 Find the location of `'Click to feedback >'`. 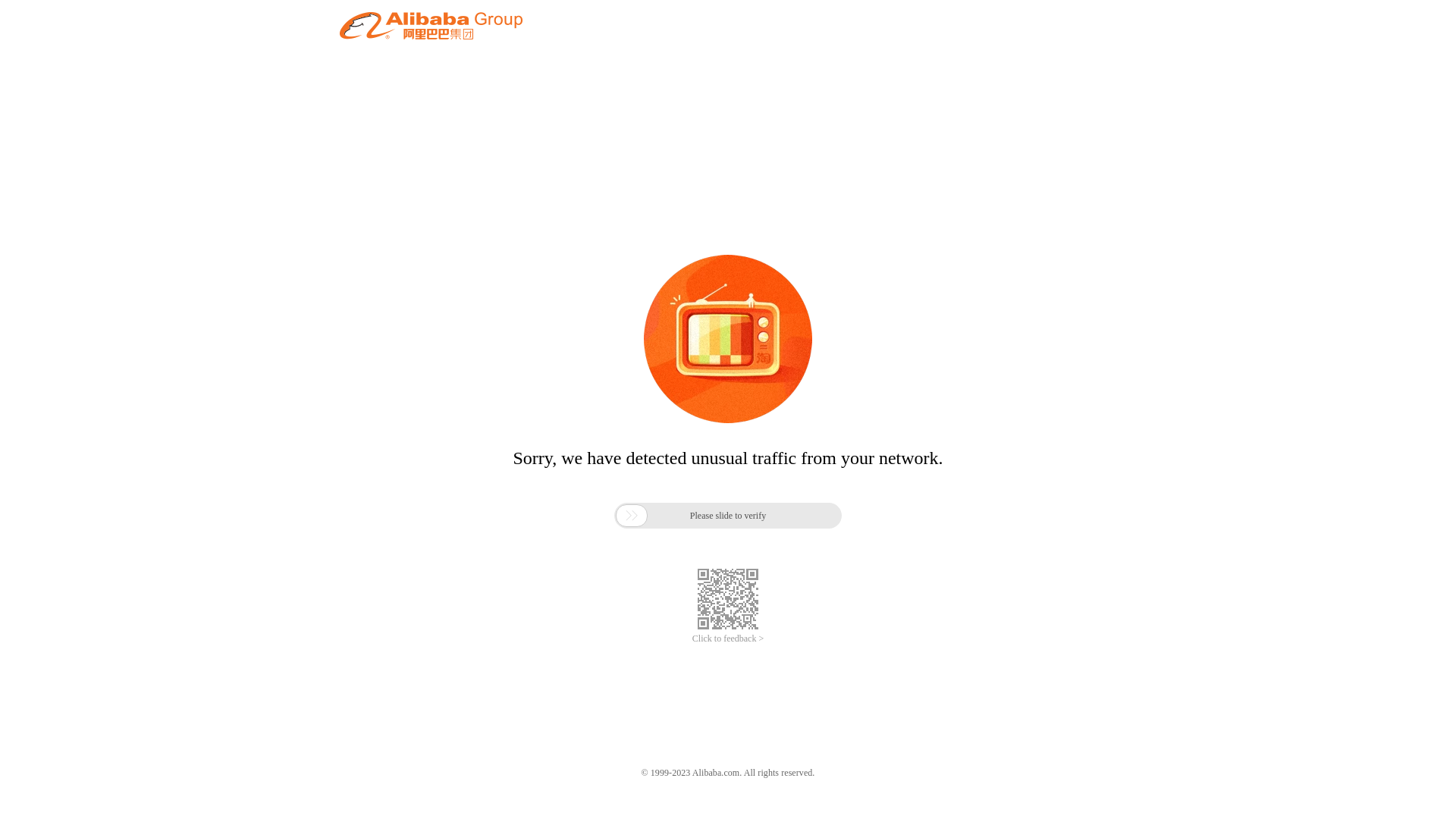

'Click to feedback >' is located at coordinates (728, 639).